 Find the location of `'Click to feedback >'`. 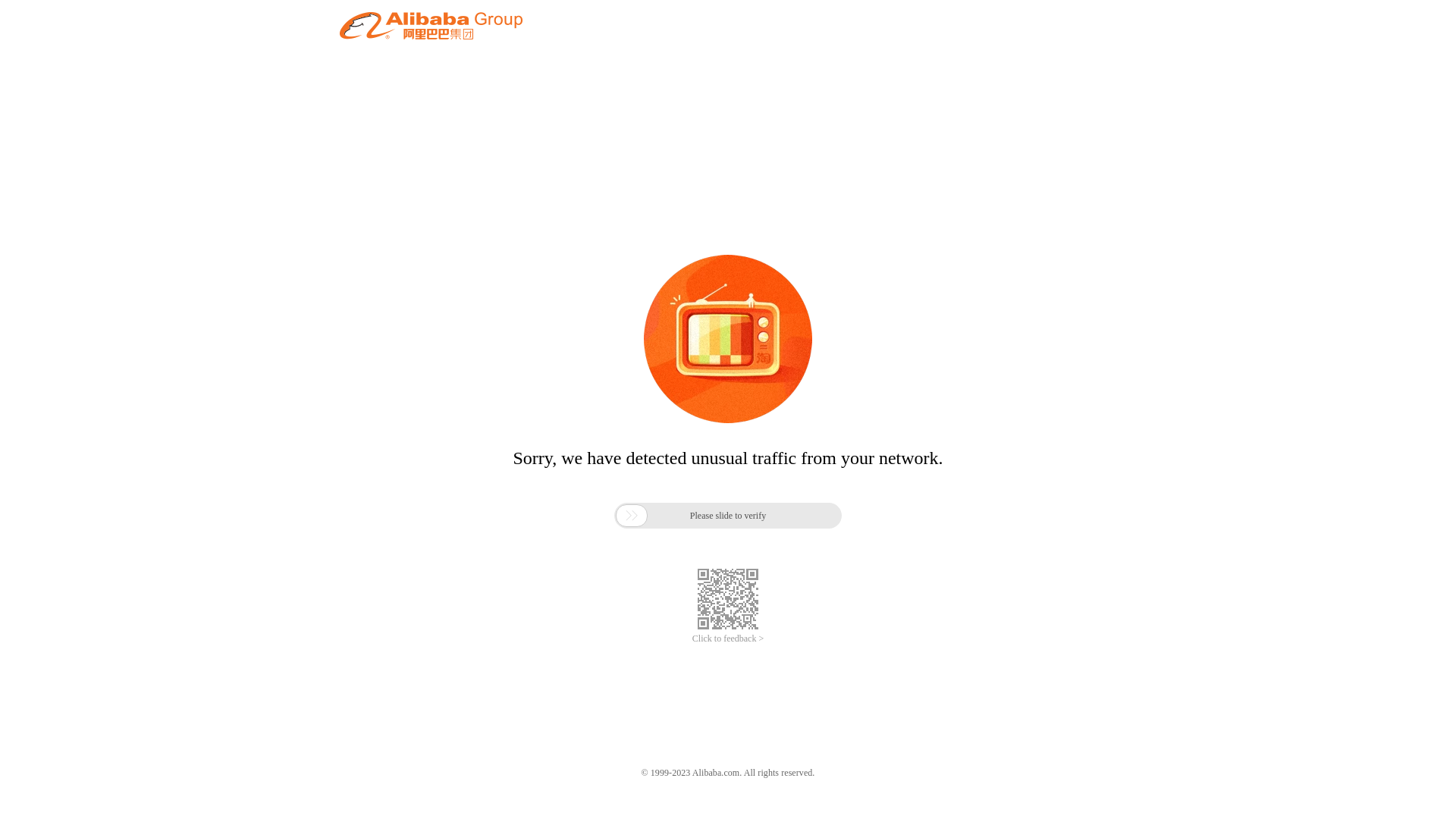

'Click to feedback >' is located at coordinates (728, 639).